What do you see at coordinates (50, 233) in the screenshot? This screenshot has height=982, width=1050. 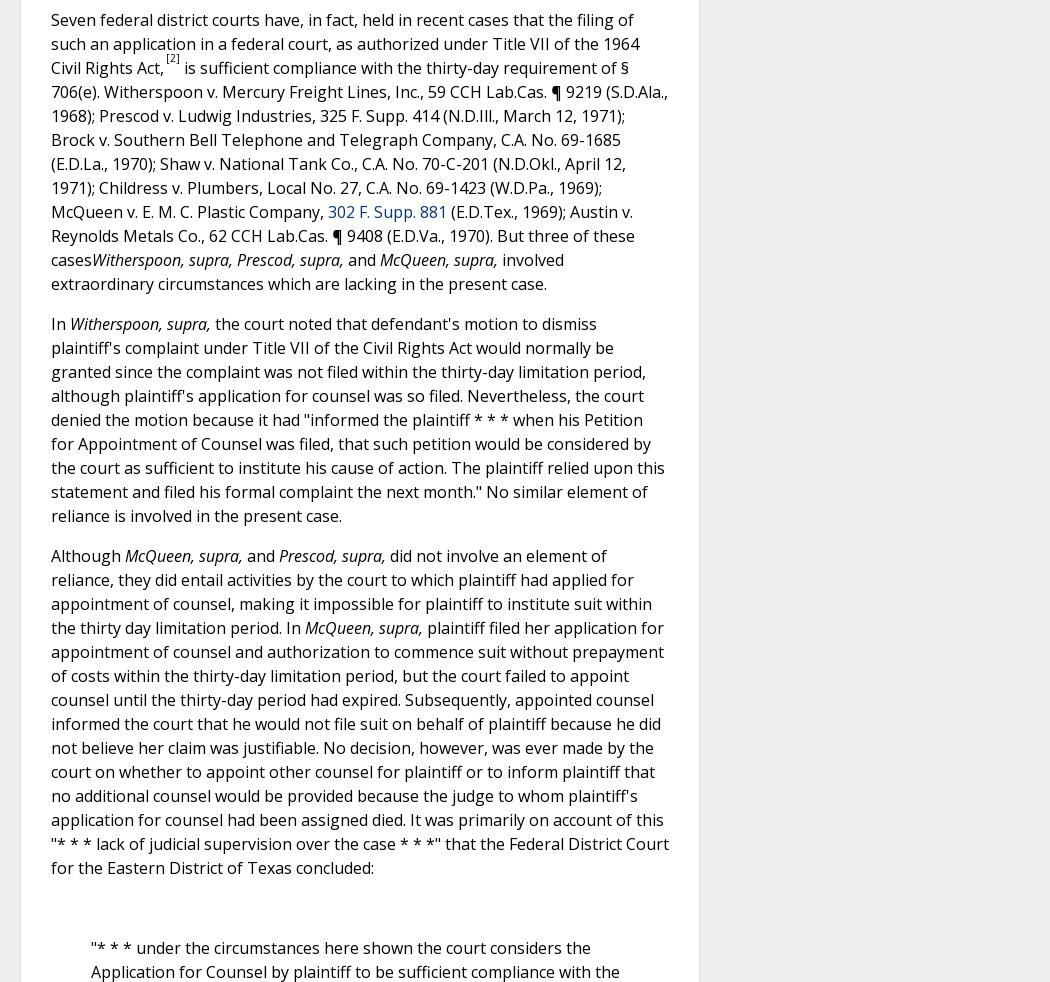 I see `'(E.D.Tex., 1969); Austin v. Reynolds Metals Co., 62 CCH Lab.Cas. ¶ 9408 (E.D.Va., 1970). But three of these cases'` at bounding box center [50, 233].